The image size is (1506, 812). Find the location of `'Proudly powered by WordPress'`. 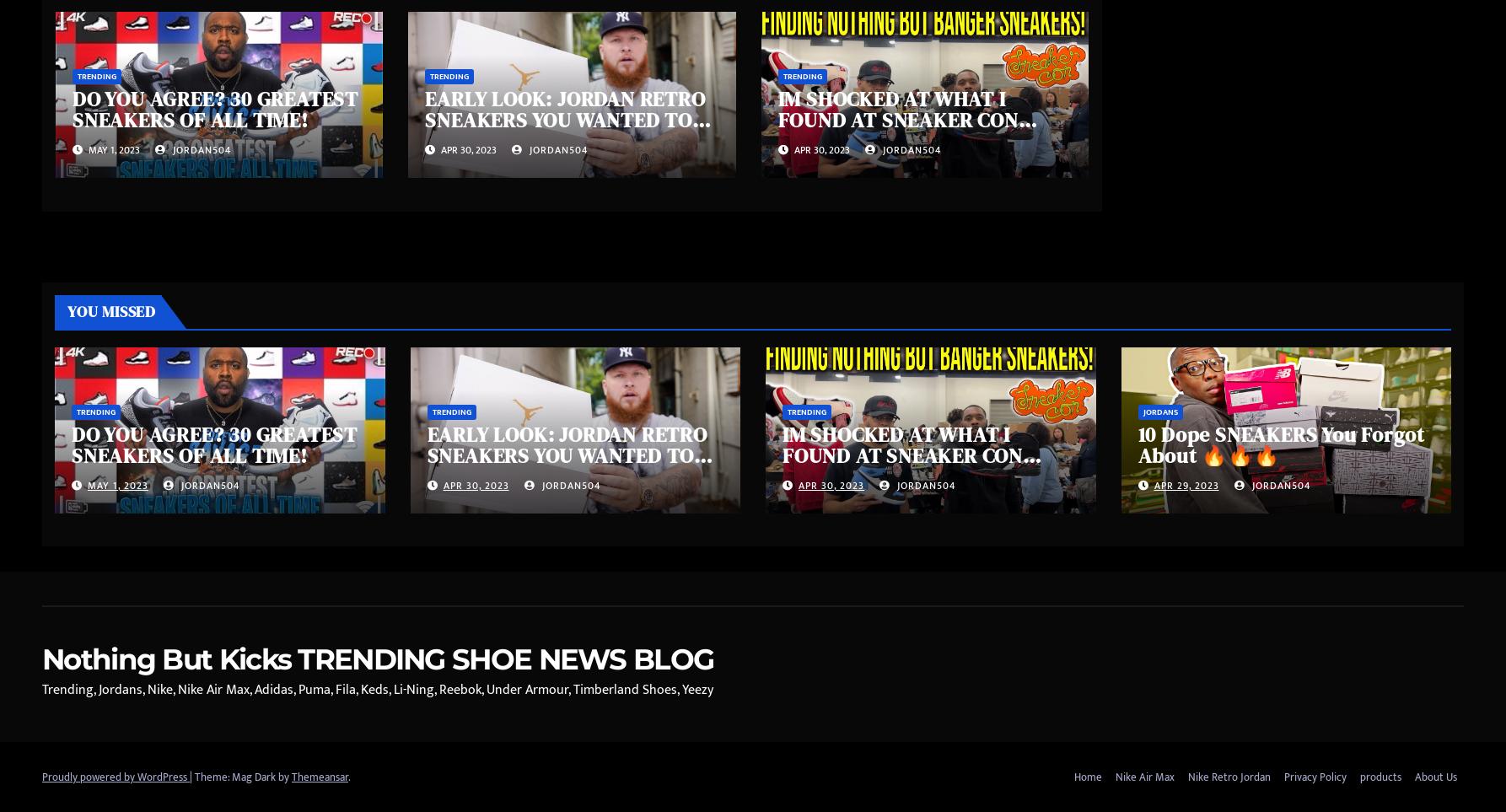

'Proudly powered by WordPress' is located at coordinates (116, 777).